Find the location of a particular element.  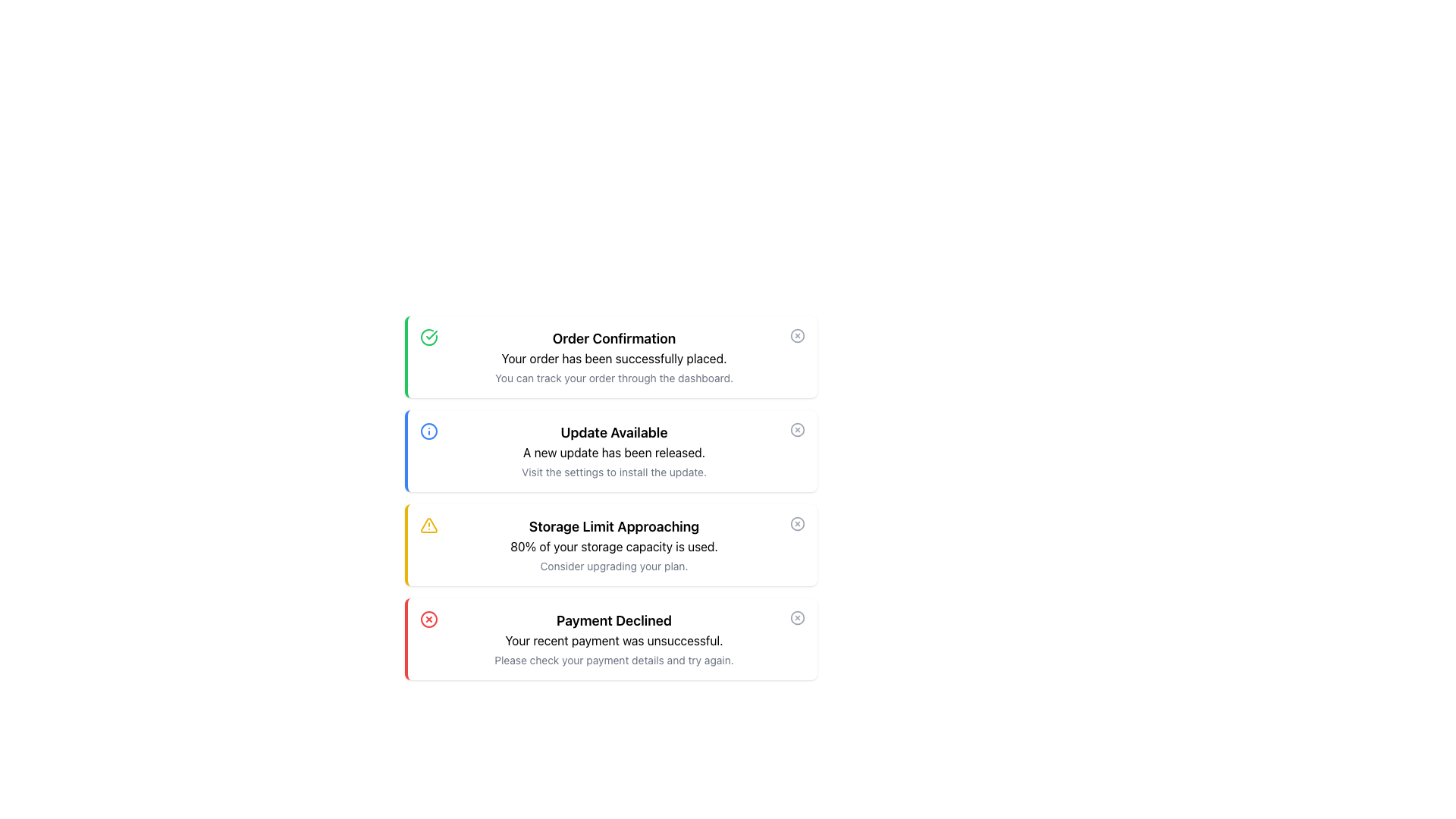

the static text providing instructions for tracking the order, located below the 'Your order has been successfully placed.' text and under the 'Order Confirmation' heading is located at coordinates (614, 377).